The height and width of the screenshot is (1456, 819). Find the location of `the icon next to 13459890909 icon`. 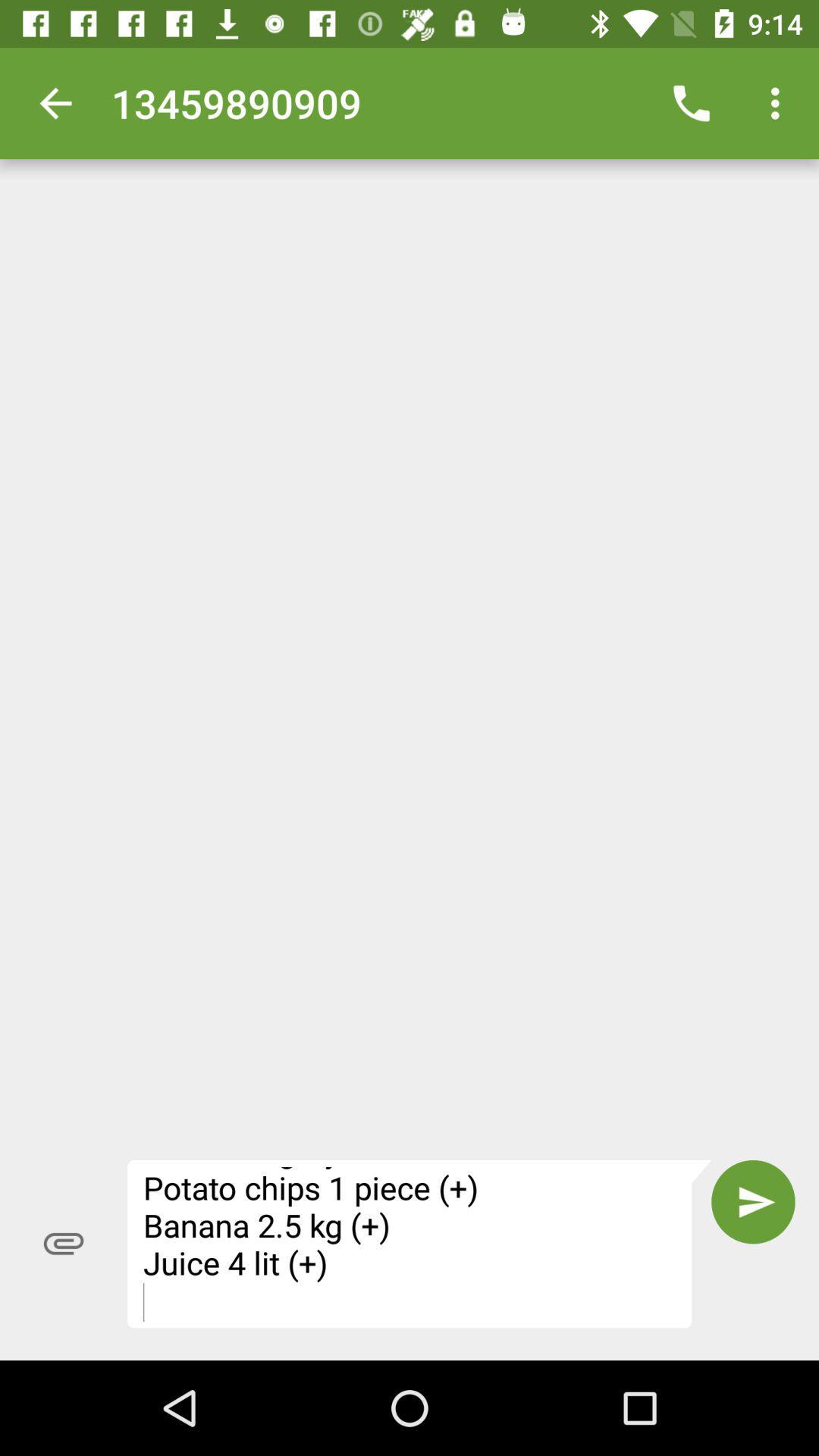

the icon next to 13459890909 icon is located at coordinates (691, 102).